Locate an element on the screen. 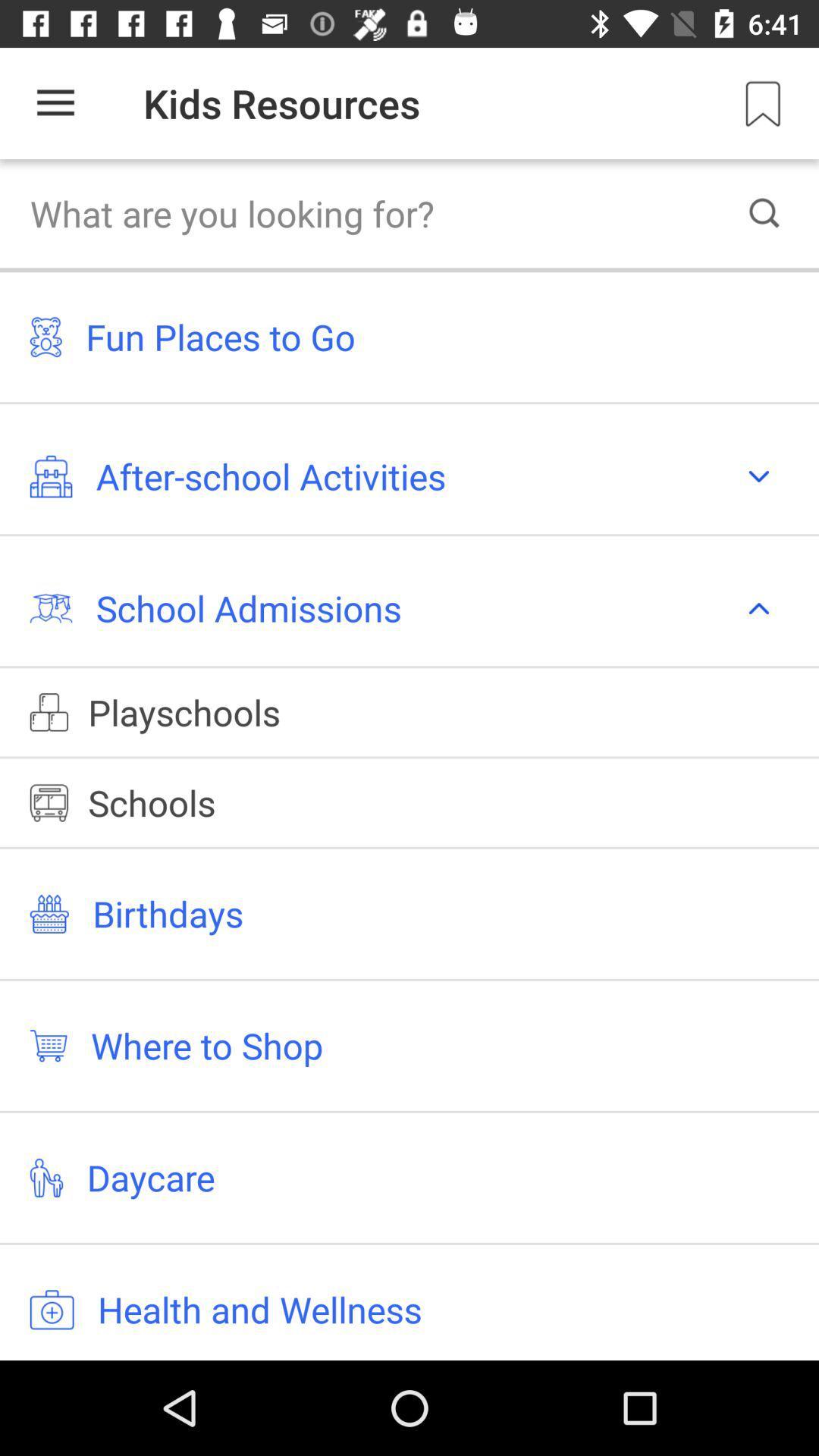 This screenshot has width=819, height=1456. the search icon is located at coordinates (764, 212).